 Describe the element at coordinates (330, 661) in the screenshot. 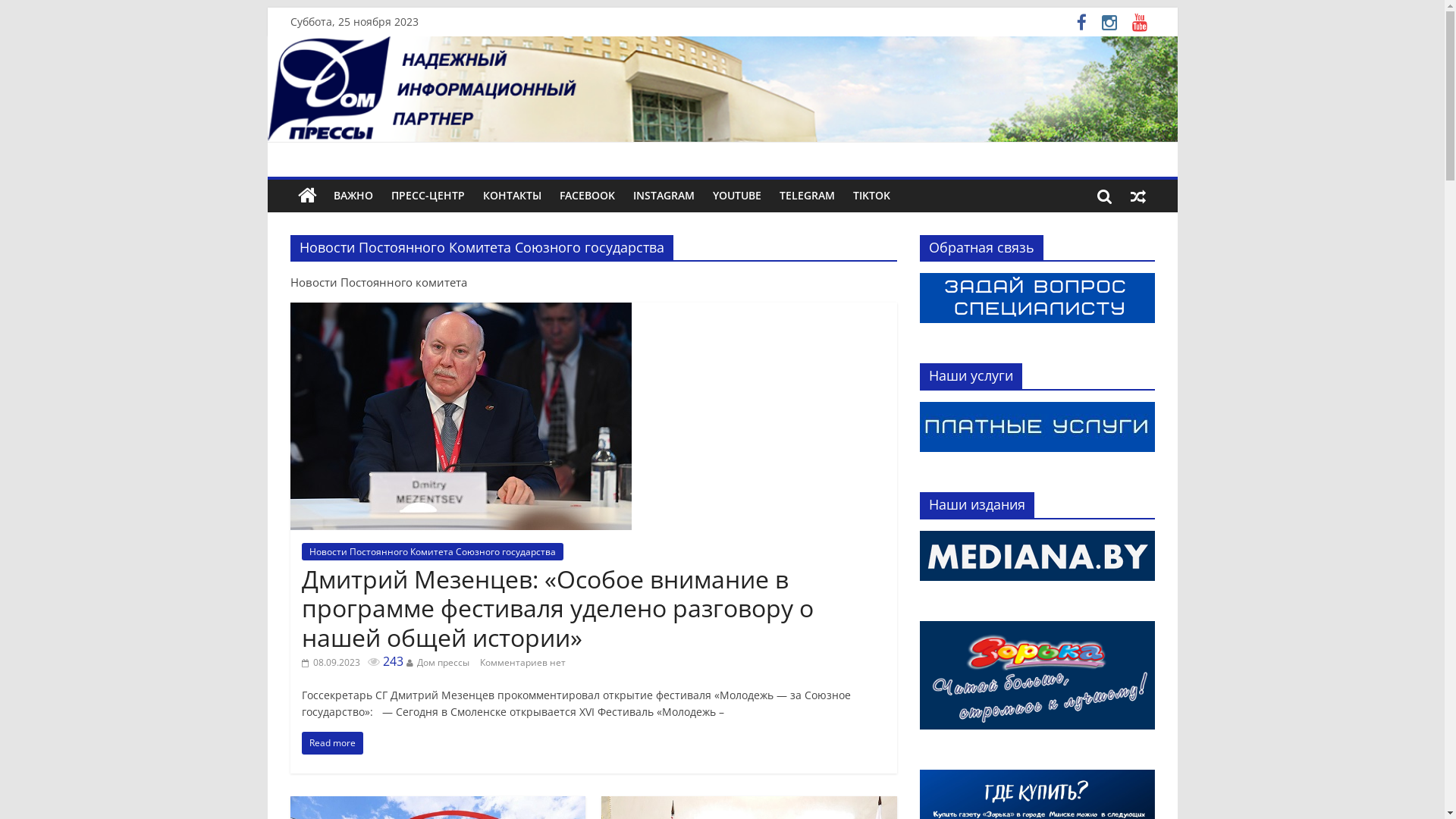

I see `'08.09.2023'` at that location.